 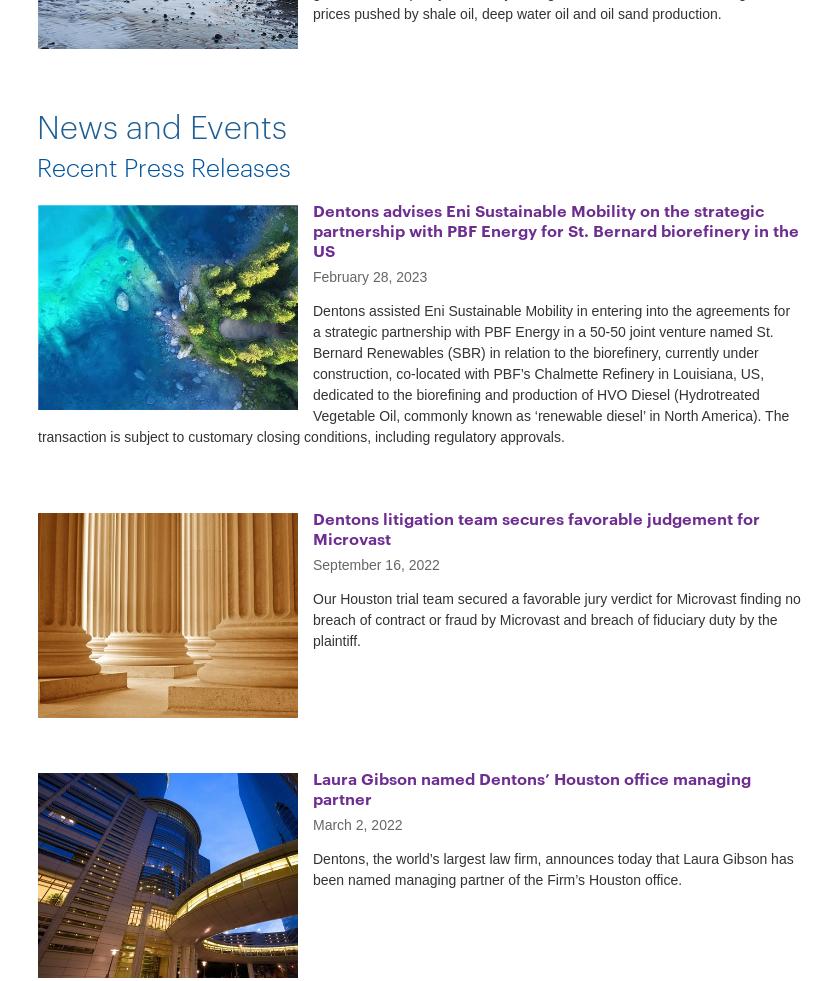 What do you see at coordinates (369, 274) in the screenshot?
I see `'February 28, 2023'` at bounding box center [369, 274].